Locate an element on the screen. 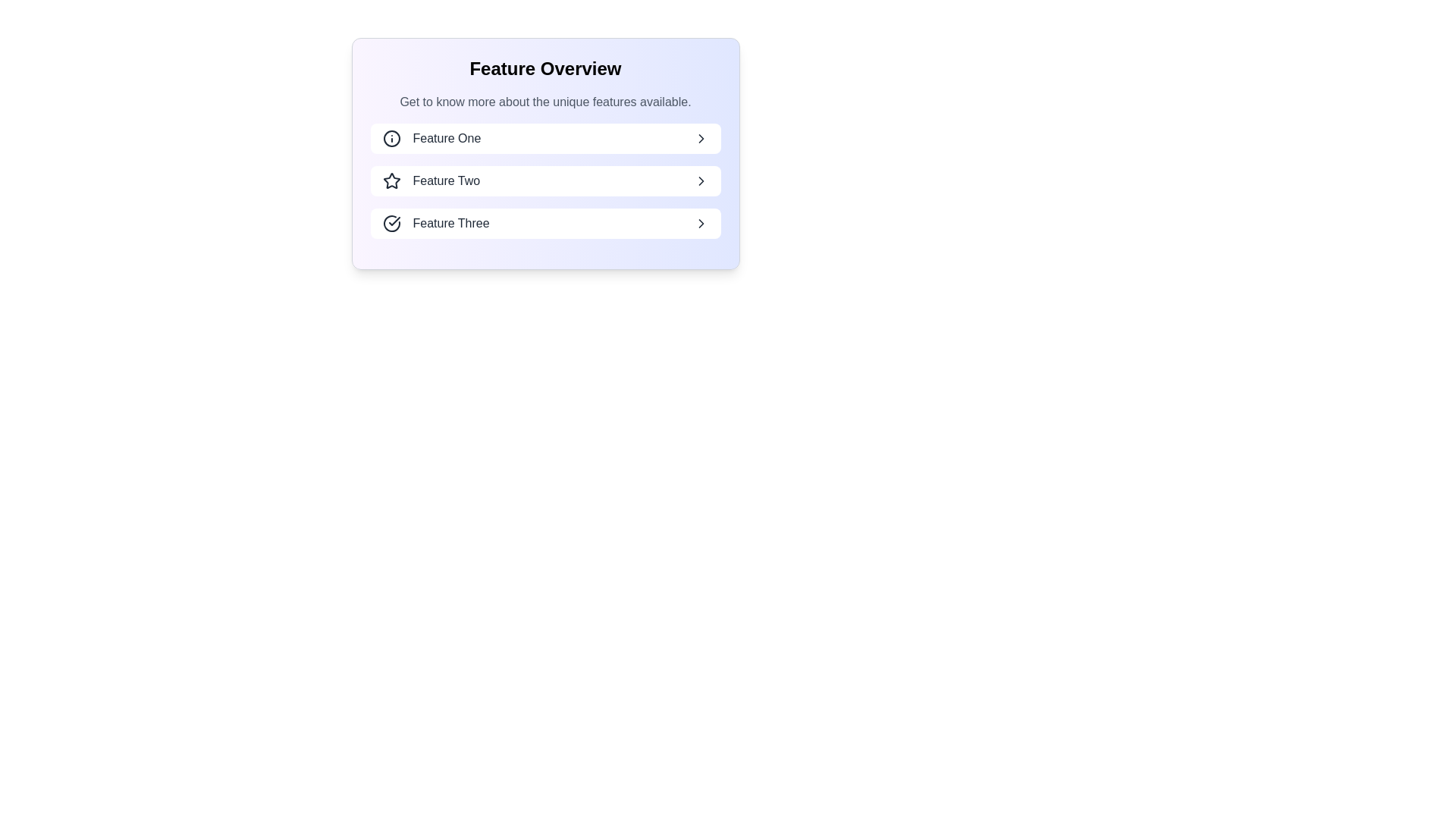 This screenshot has height=819, width=1456. the first clickable list item labeled 'Feature One' is located at coordinates (545, 138).